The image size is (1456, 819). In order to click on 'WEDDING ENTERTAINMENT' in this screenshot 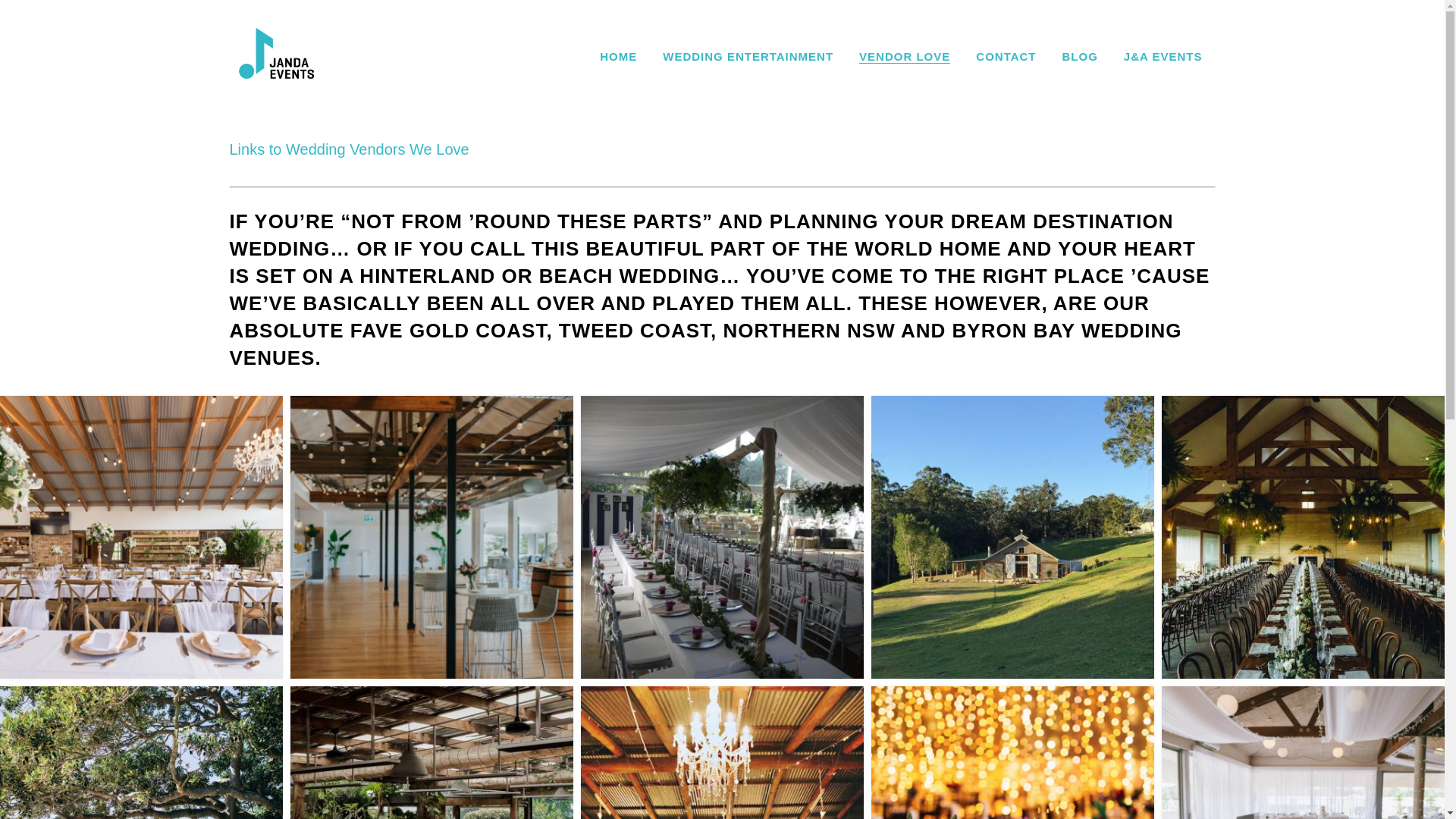, I will do `click(650, 55)`.